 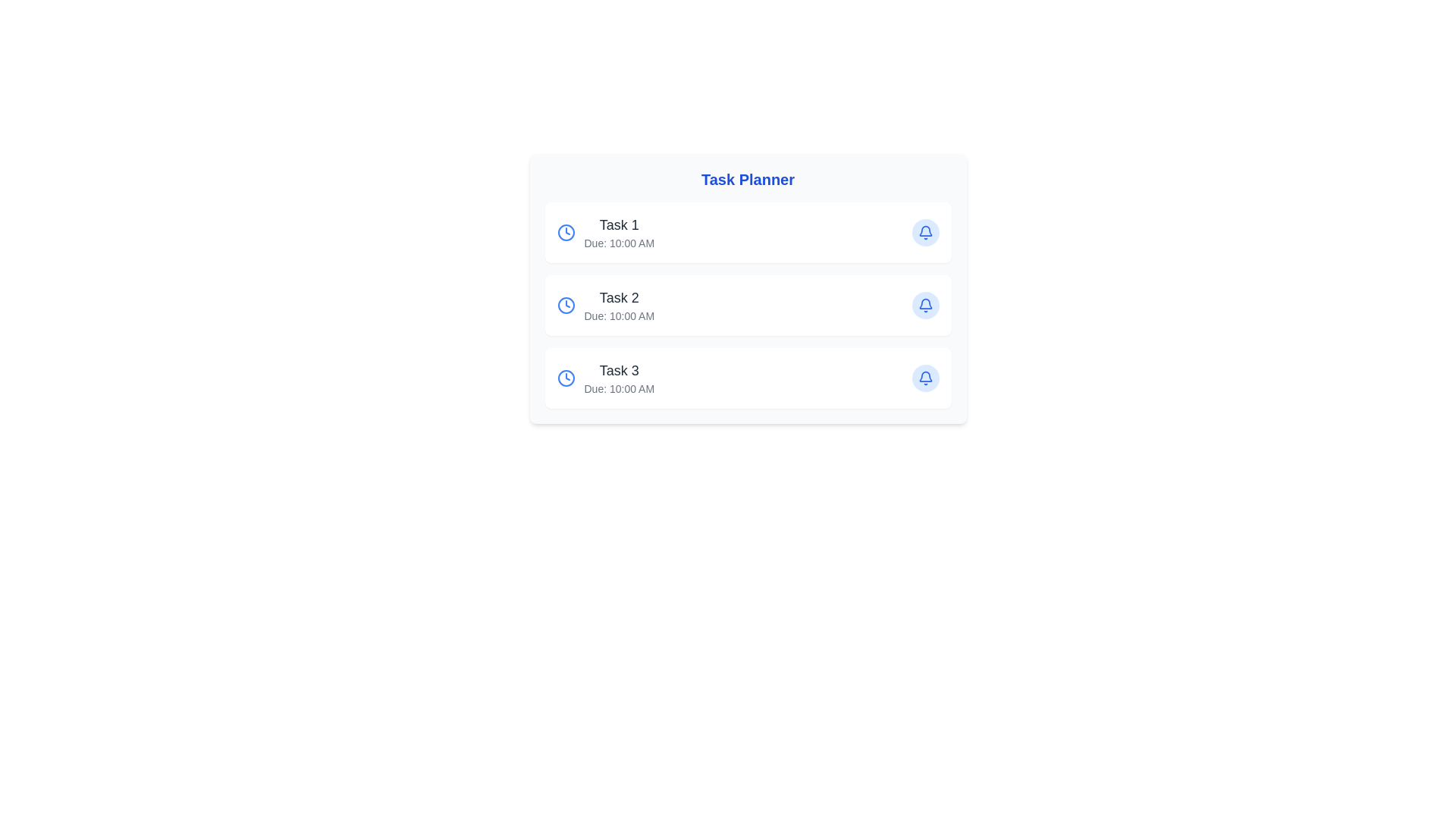 What do you see at coordinates (924, 233) in the screenshot?
I see `the notification management button located at the far right inside the first task row labeled 'Task 1'` at bounding box center [924, 233].